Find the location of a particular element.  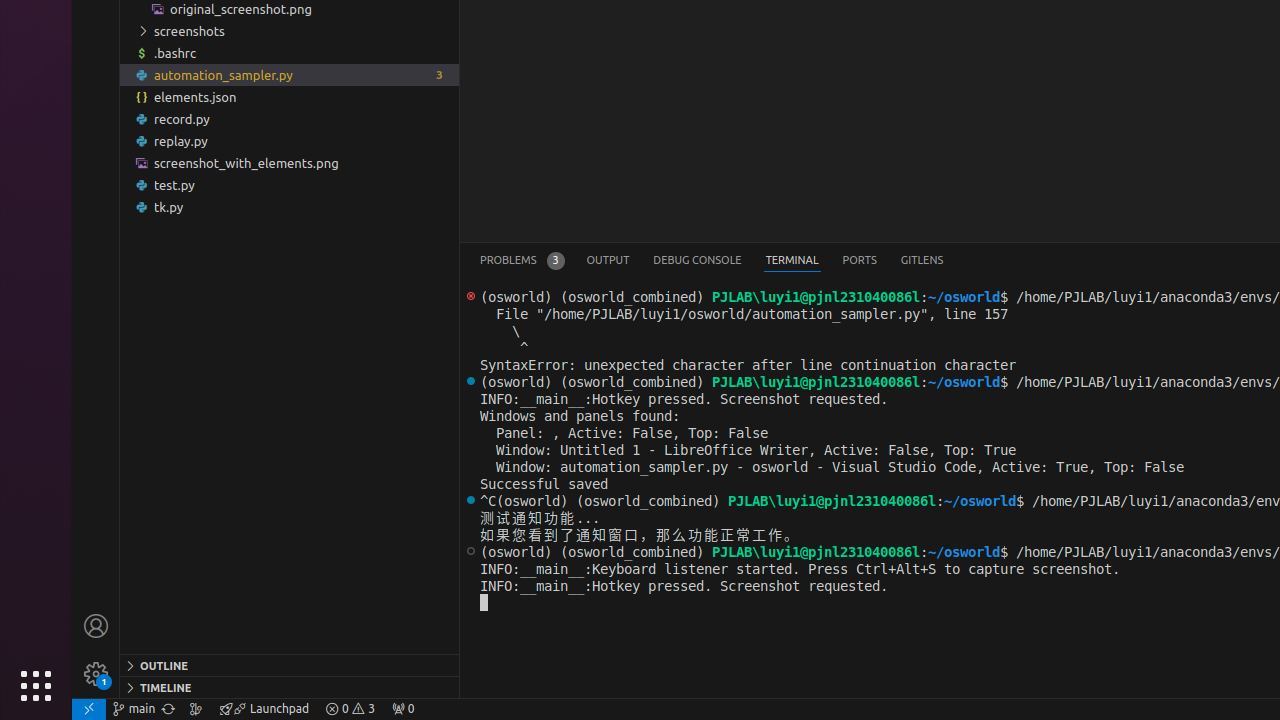

'.bashrc' is located at coordinates (288, 51).